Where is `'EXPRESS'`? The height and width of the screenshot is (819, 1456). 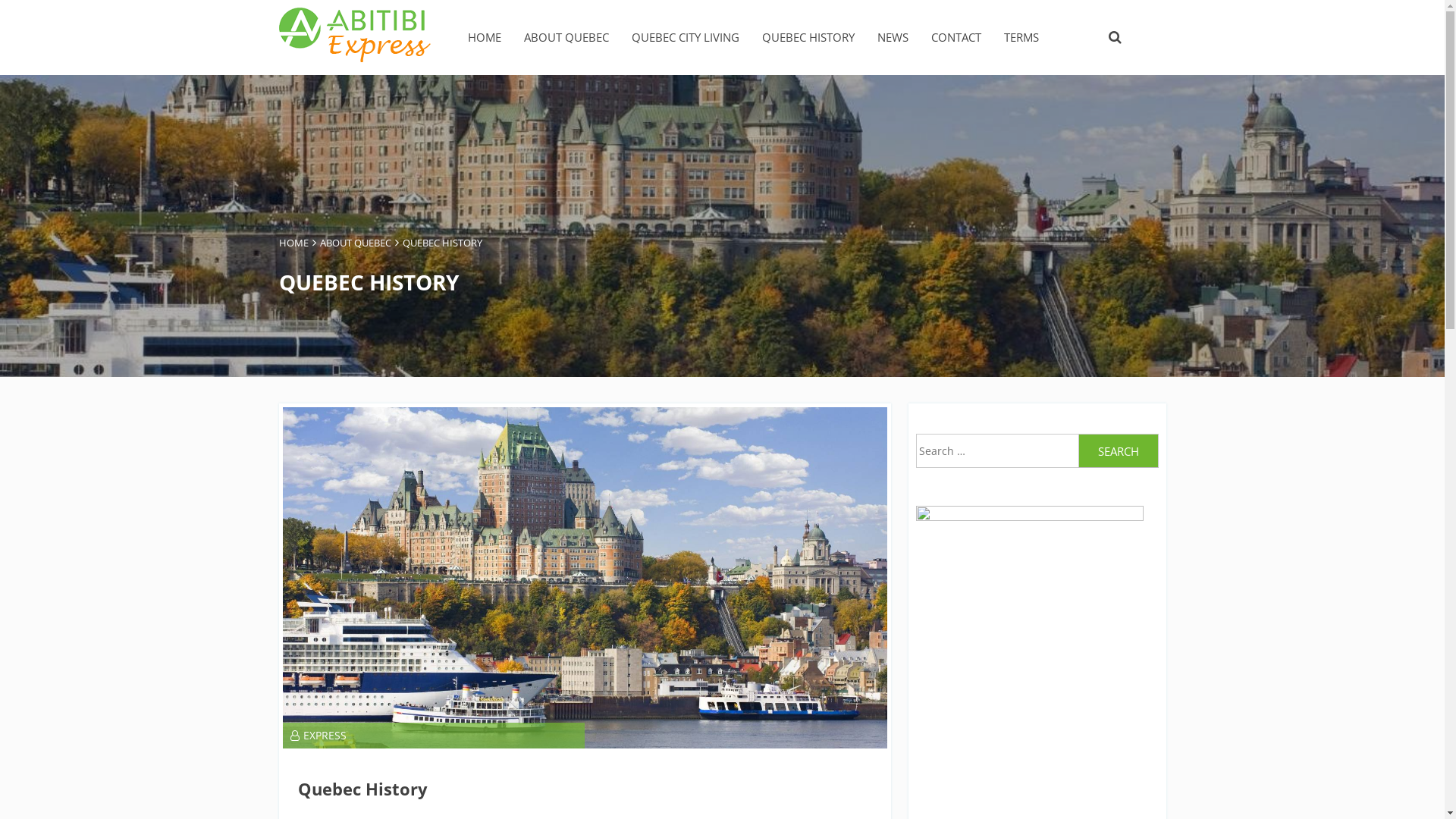
'EXPRESS' is located at coordinates (316, 734).